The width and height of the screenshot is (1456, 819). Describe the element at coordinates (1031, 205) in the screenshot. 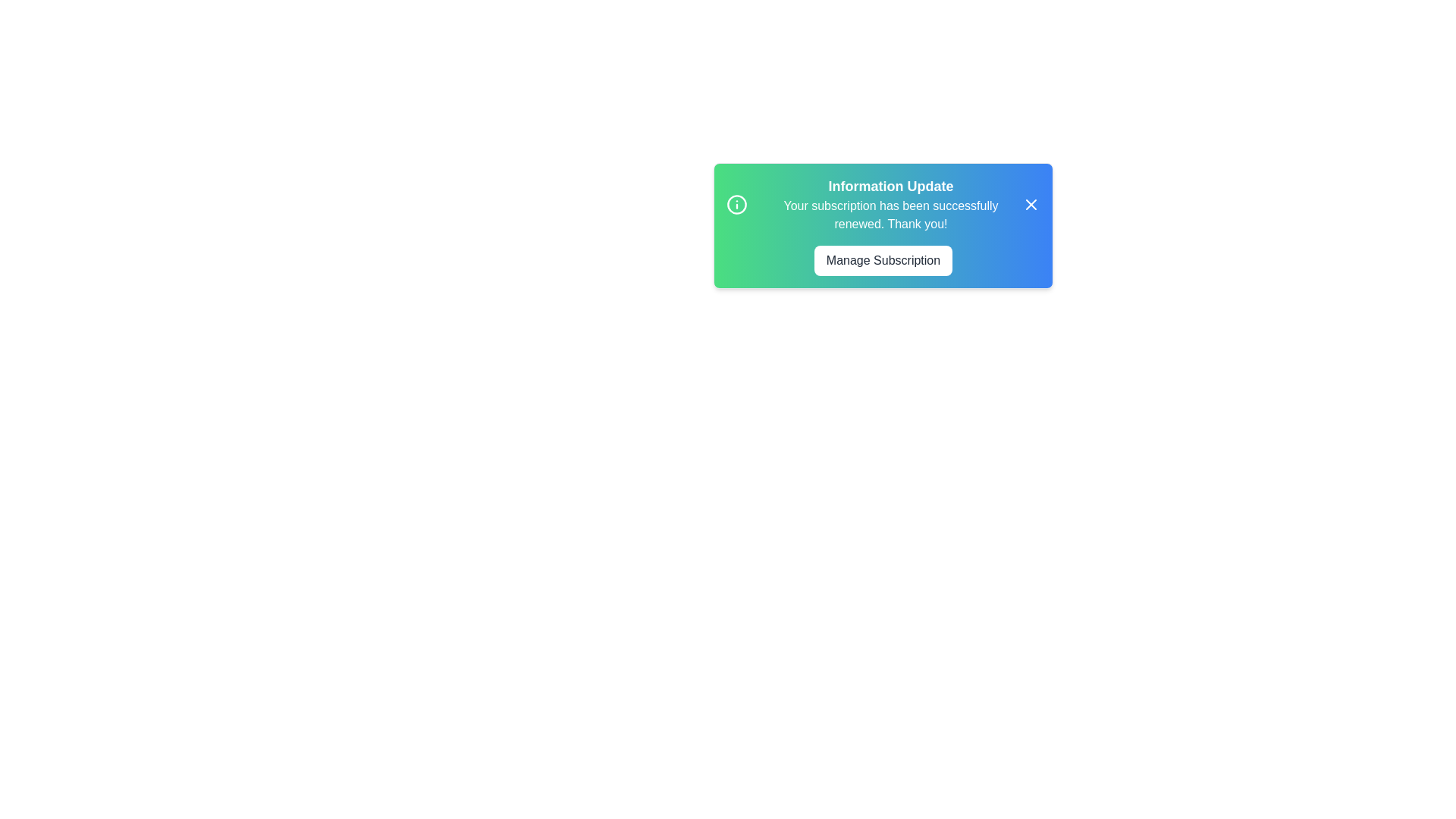

I see `the 'Close' button to observe its hover effect` at that location.